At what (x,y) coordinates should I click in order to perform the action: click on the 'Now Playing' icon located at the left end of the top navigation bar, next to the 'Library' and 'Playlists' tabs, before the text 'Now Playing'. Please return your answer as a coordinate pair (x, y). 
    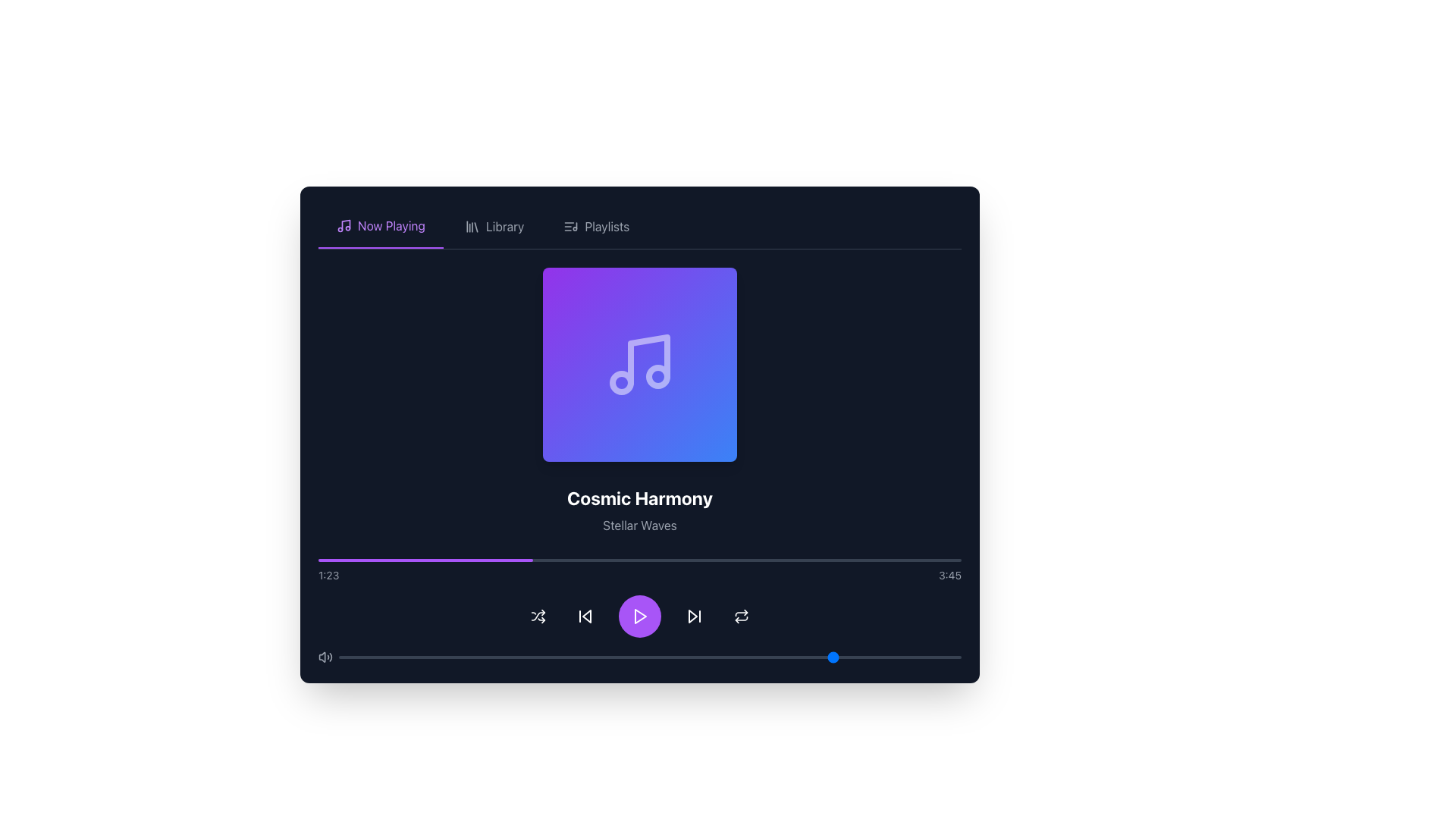
    Looking at the image, I should click on (344, 225).